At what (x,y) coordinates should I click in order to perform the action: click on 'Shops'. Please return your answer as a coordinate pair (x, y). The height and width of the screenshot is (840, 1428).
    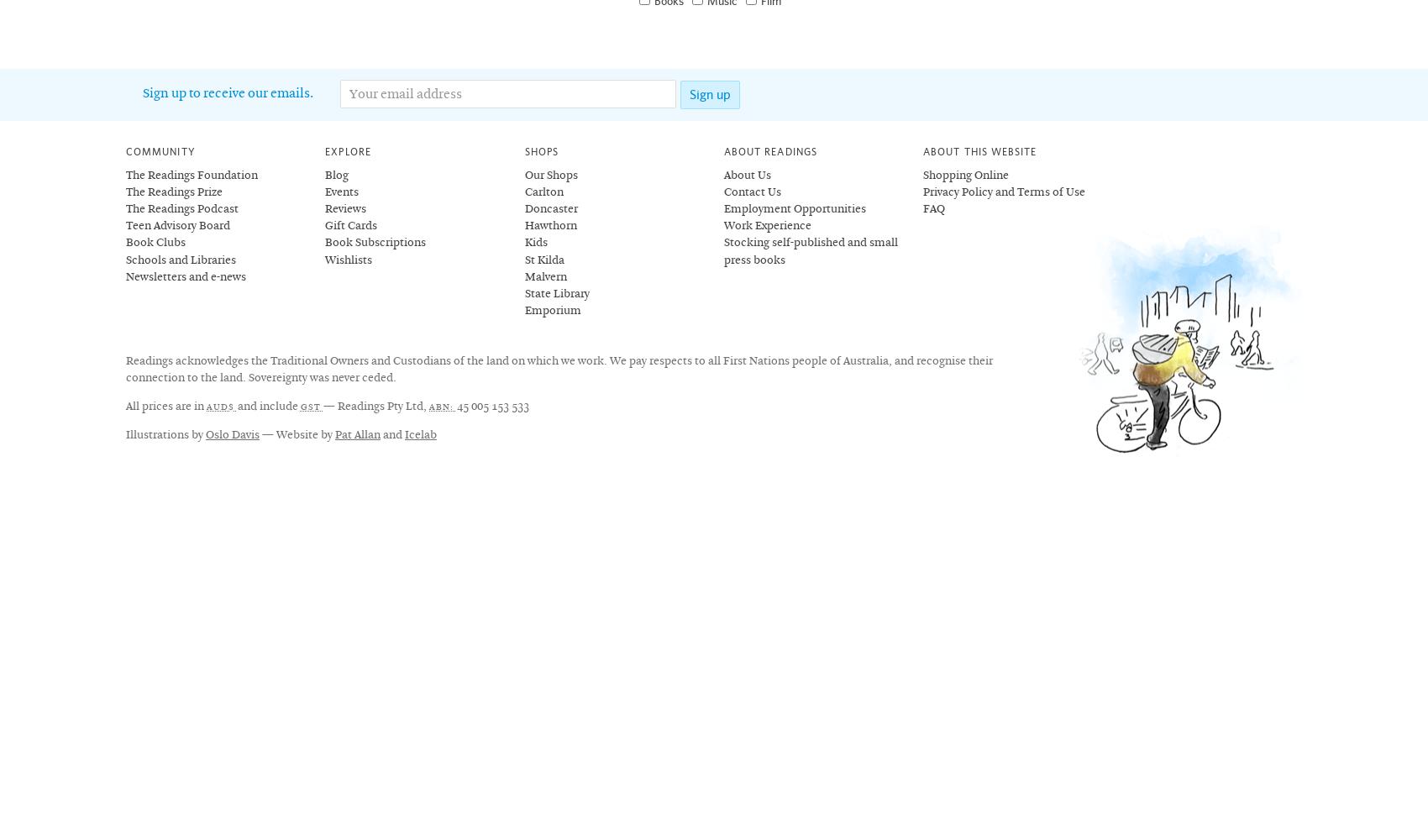
    Looking at the image, I should click on (540, 150).